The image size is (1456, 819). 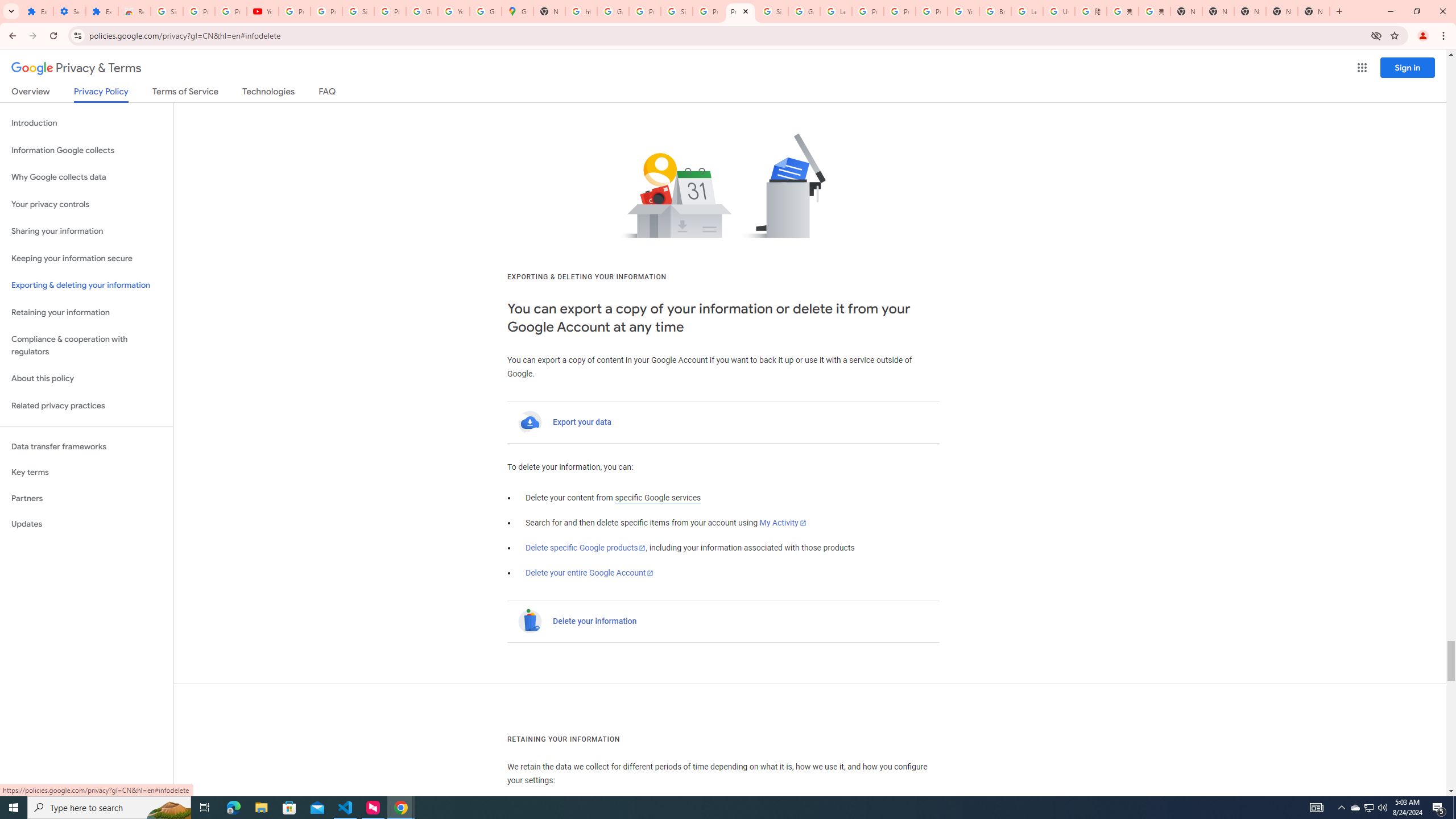 What do you see at coordinates (86, 259) in the screenshot?
I see `'Keeping your information secure'` at bounding box center [86, 259].